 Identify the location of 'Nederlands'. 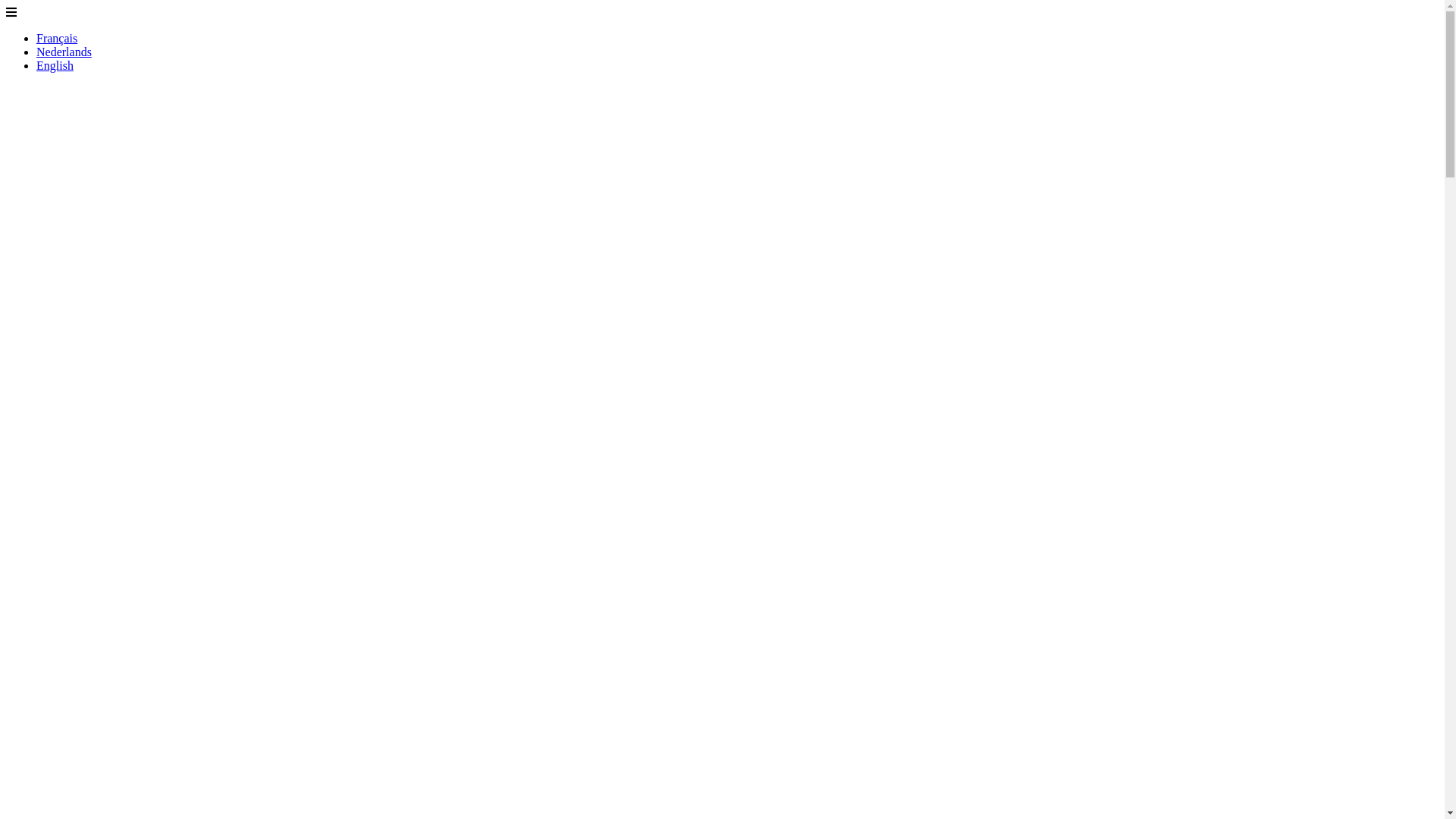
(36, 51).